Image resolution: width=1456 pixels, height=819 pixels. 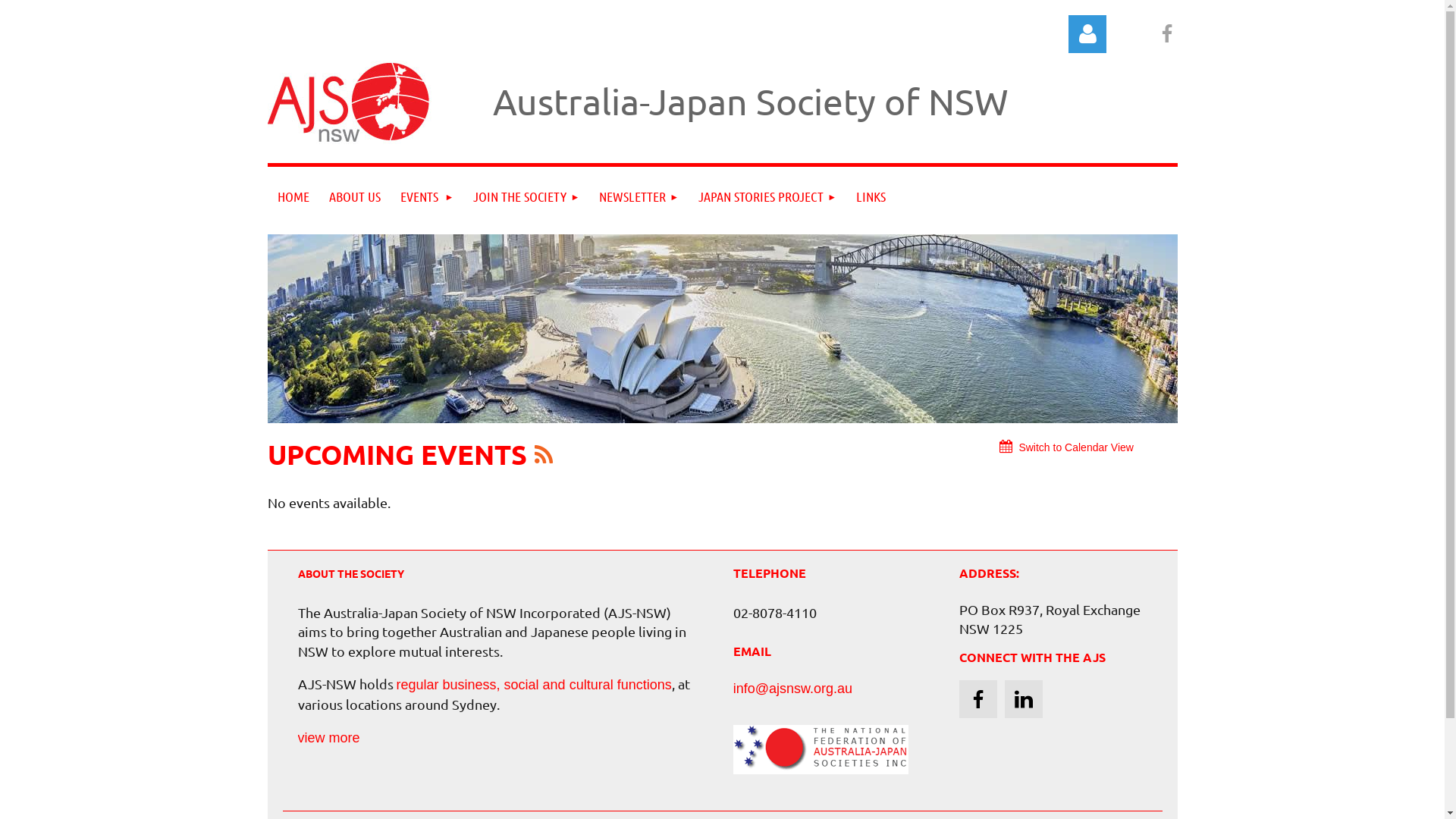 I want to click on 'JAPAN STORIES PROJECT', so click(x=767, y=196).